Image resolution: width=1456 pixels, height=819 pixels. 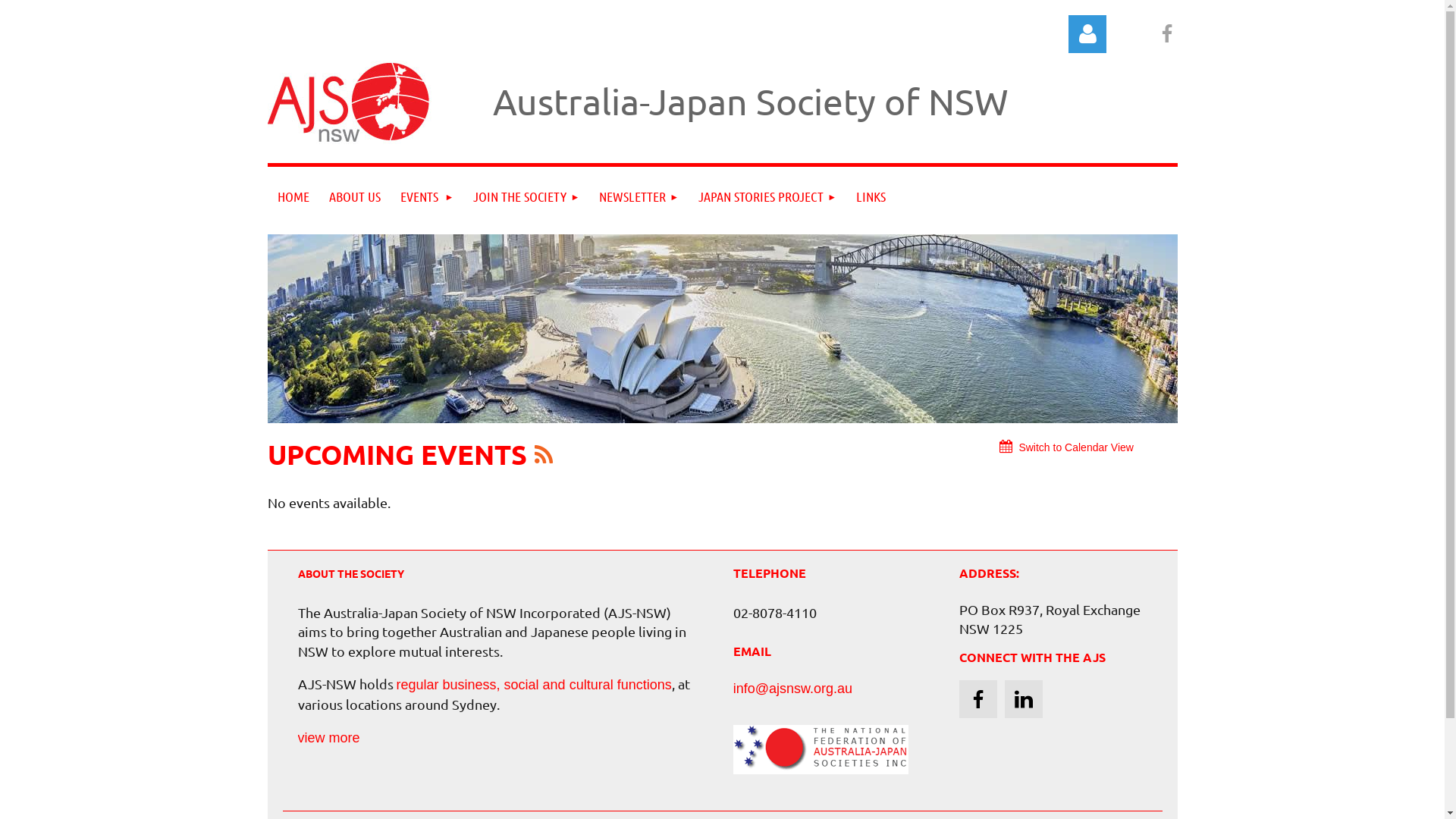 I want to click on 'JAPAN STORIES PROJECT', so click(x=767, y=196).